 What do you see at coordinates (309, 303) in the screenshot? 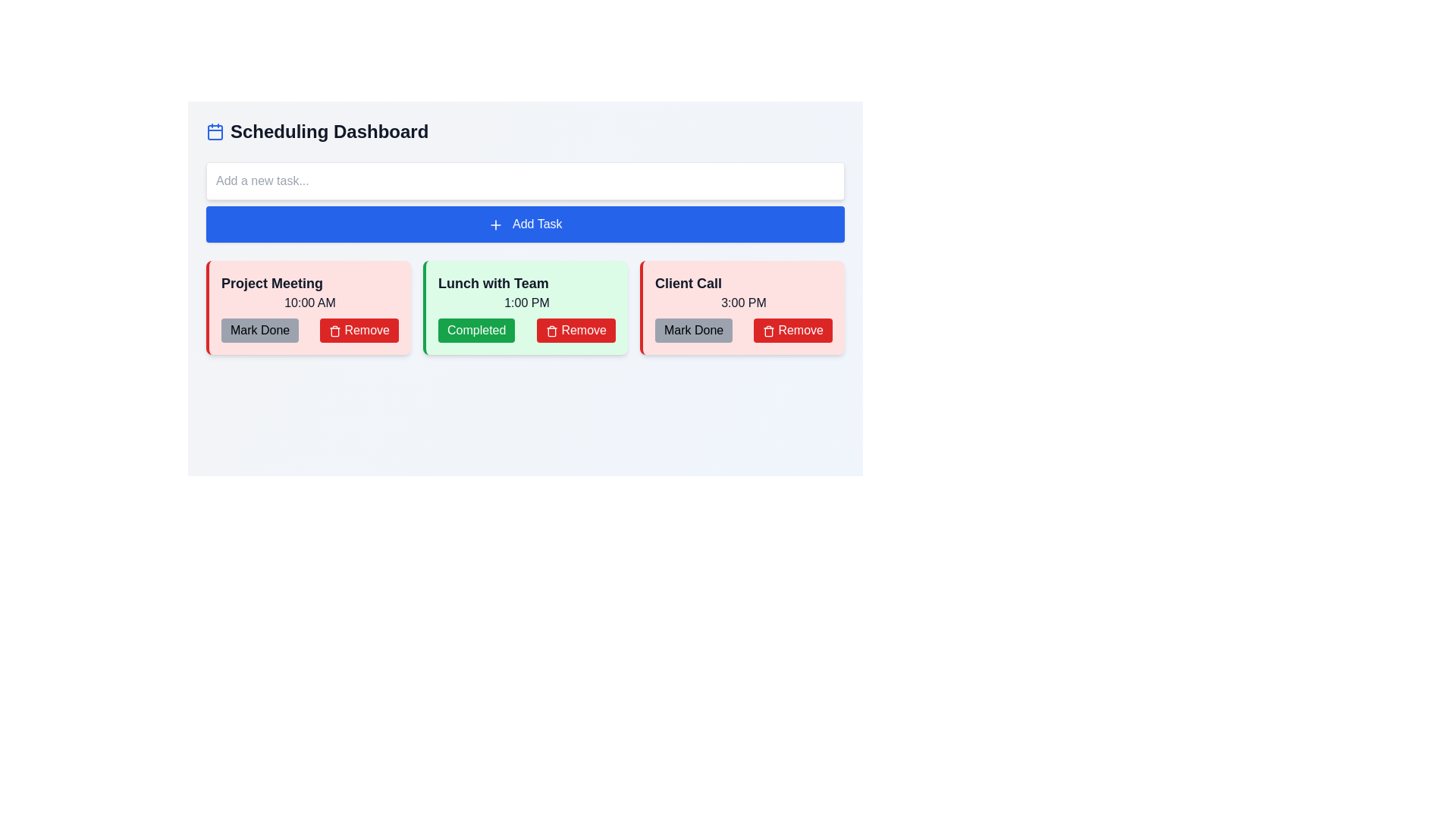
I see `displayed scheduled time for the task 'Project Meeting' from the text label located below the card title in the 'Scheduling Dashboard'` at bounding box center [309, 303].